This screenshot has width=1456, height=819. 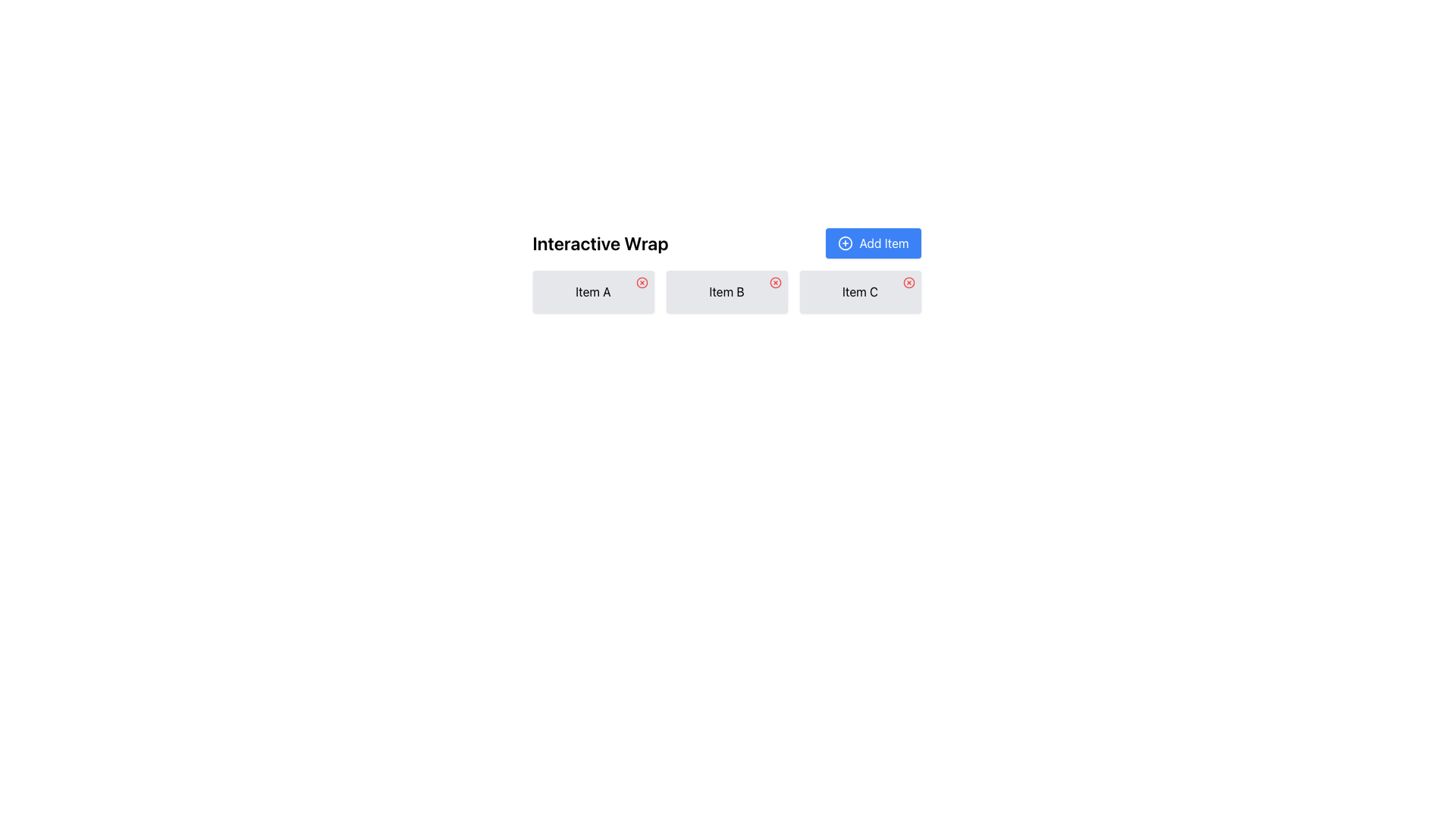 What do you see at coordinates (845, 242) in the screenshot?
I see `the 'Add Item' button which features a circular outline, a cross, and a plus symbol, located to the right of the items labeled 'Item A', 'Item B', and 'Item C'` at bounding box center [845, 242].